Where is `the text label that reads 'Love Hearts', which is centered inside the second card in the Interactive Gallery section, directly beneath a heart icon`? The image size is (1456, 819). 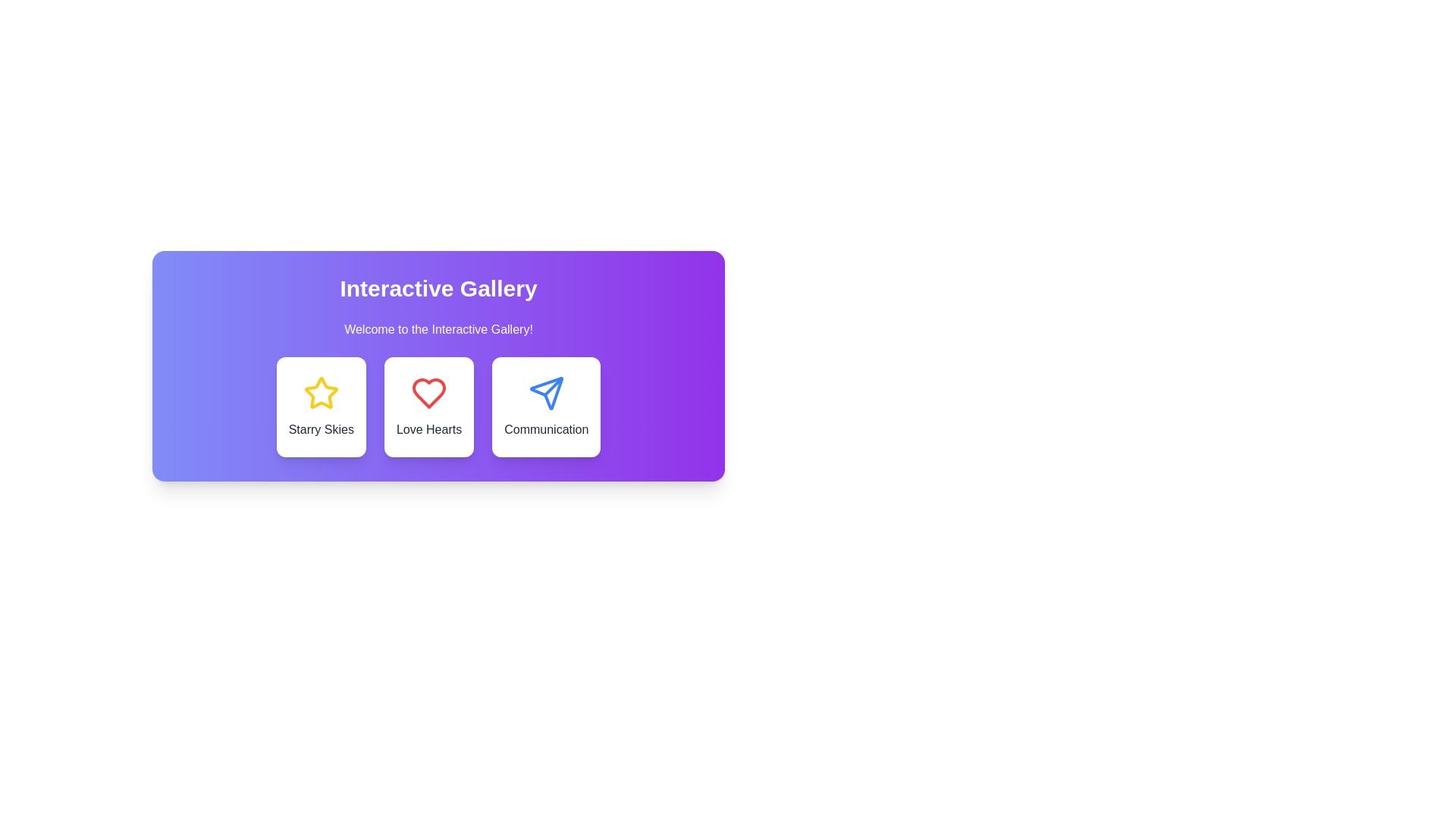
the text label that reads 'Love Hearts', which is centered inside the second card in the Interactive Gallery section, directly beneath a heart icon is located at coordinates (428, 430).